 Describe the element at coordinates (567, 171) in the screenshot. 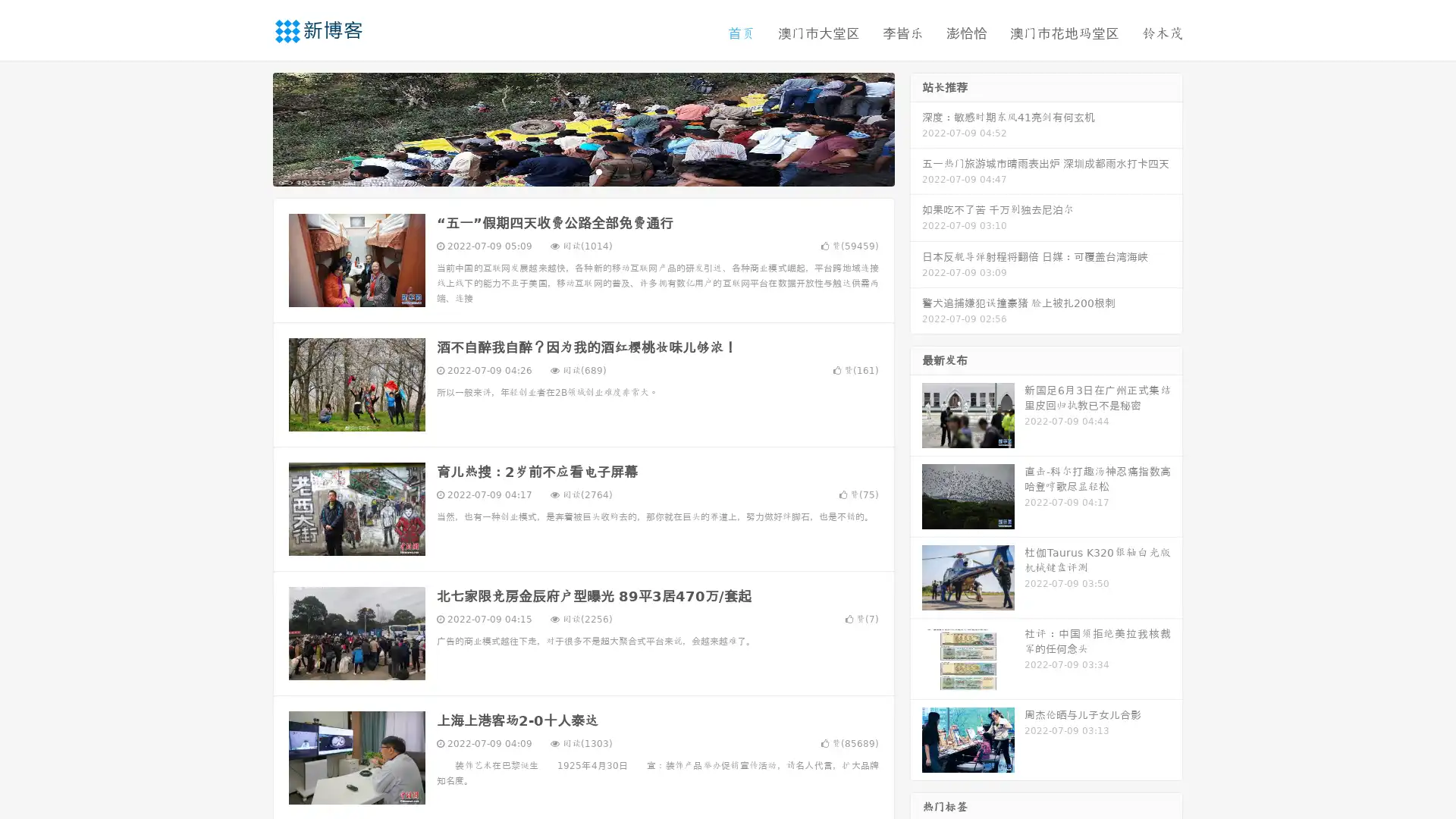

I see `Go to slide 1` at that location.